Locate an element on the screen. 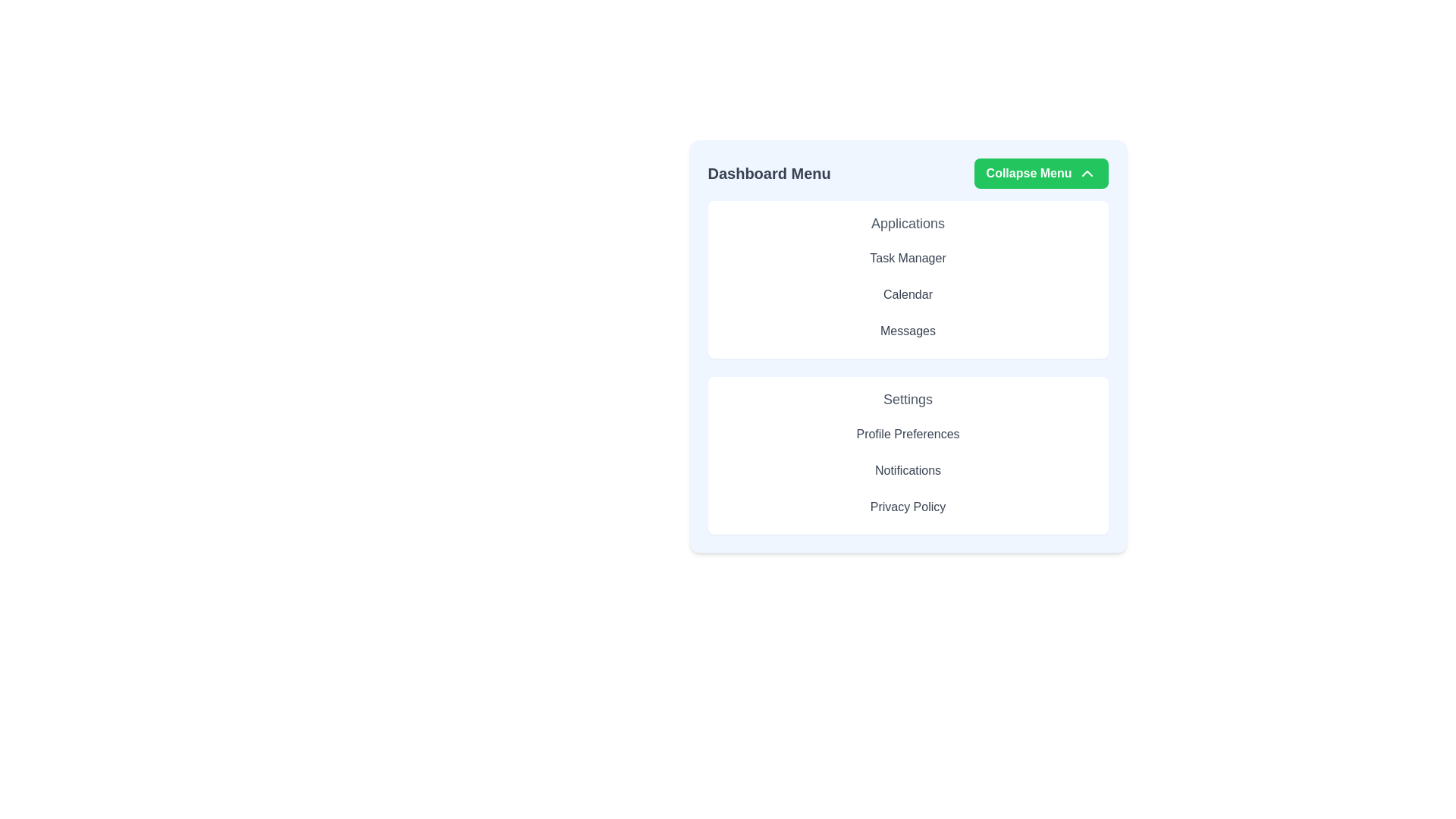  the 'Profile Preferences' text label, which is styled with light-gray color, has rounded edges, and changes color on hover. It is located below the 'Settings' section header and above 'Notifications' is located at coordinates (908, 435).